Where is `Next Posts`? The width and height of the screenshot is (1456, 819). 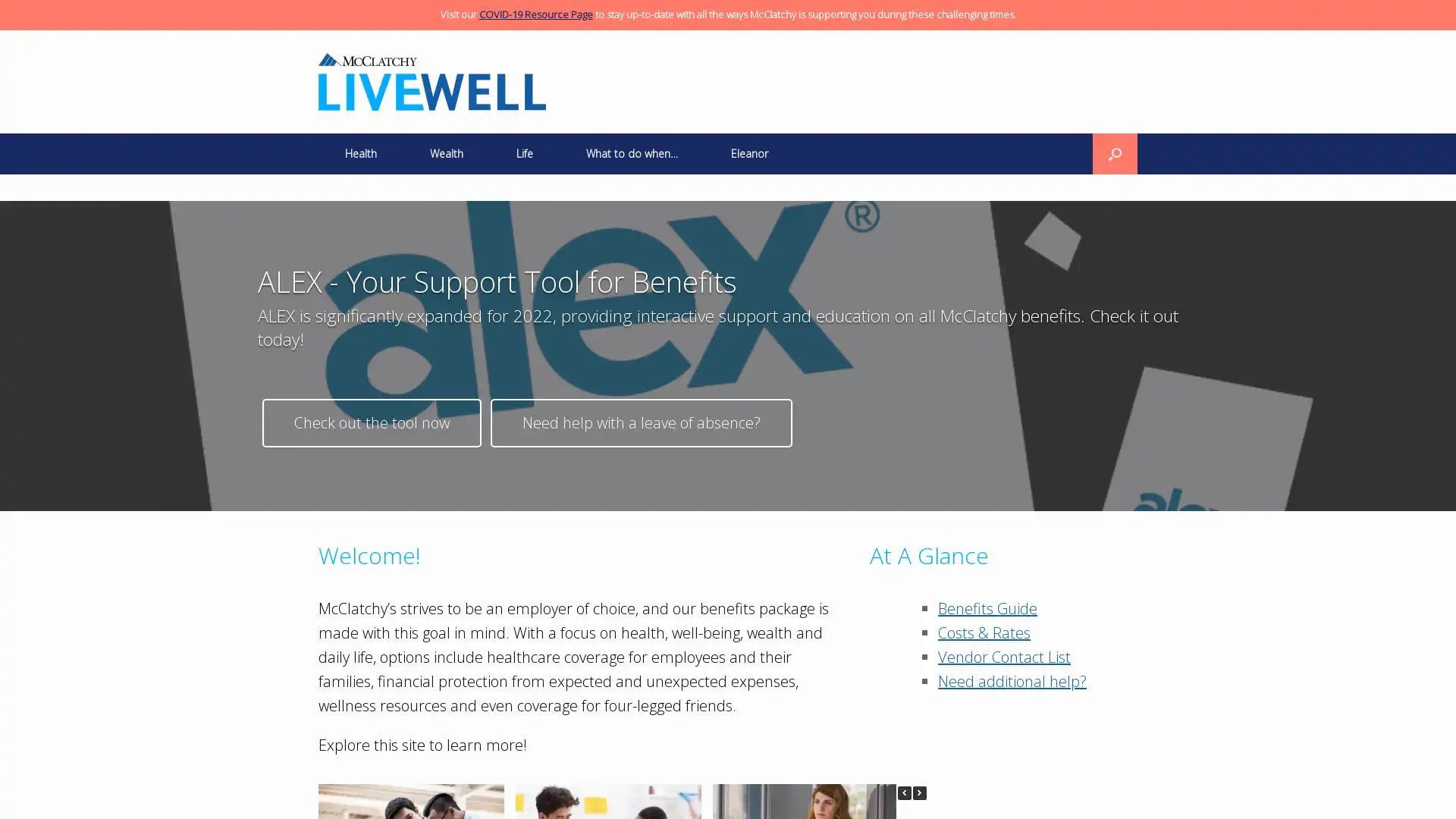
Next Posts is located at coordinates (918, 792).